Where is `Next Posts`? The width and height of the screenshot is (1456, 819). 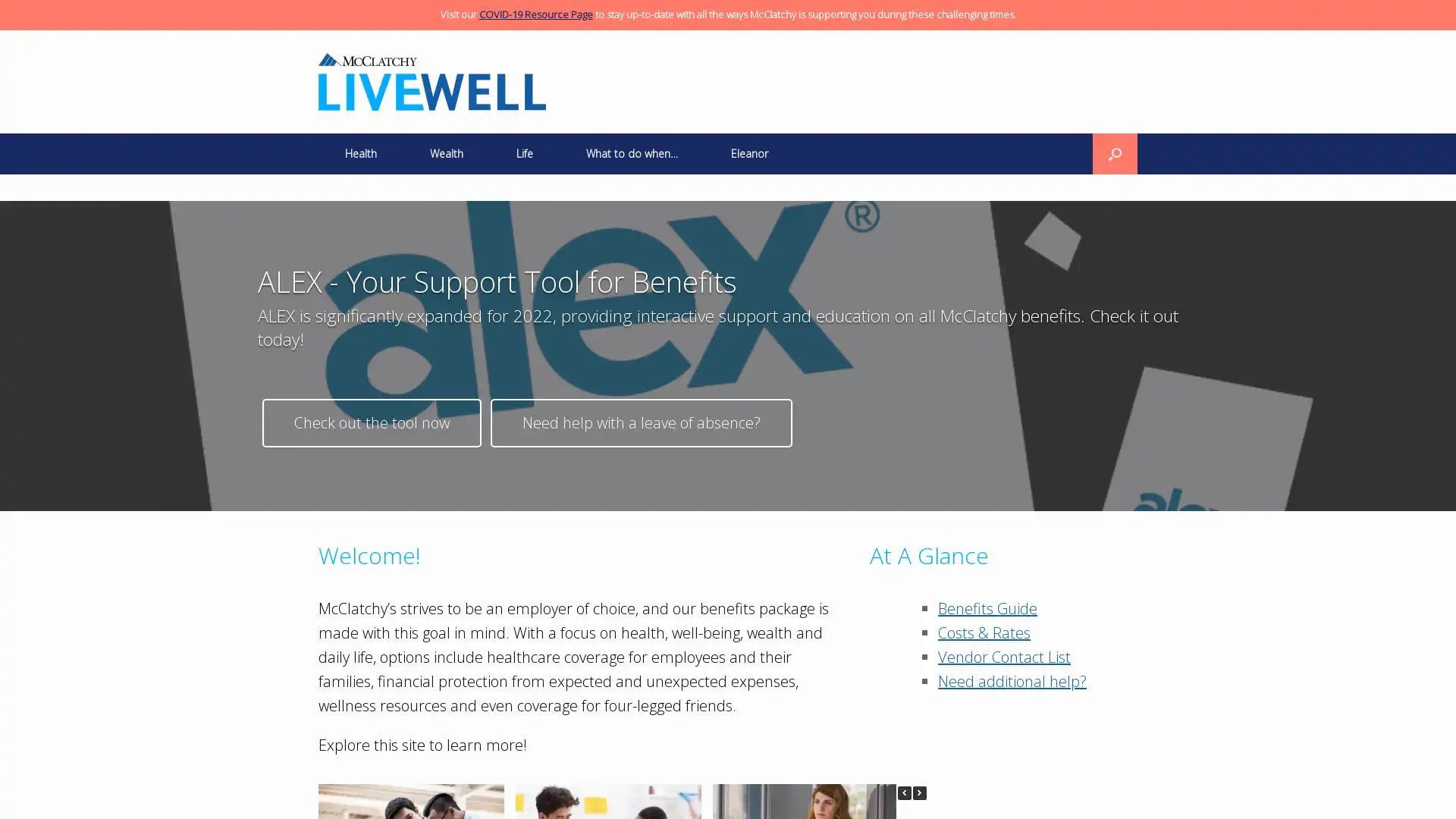
Next Posts is located at coordinates (918, 792).